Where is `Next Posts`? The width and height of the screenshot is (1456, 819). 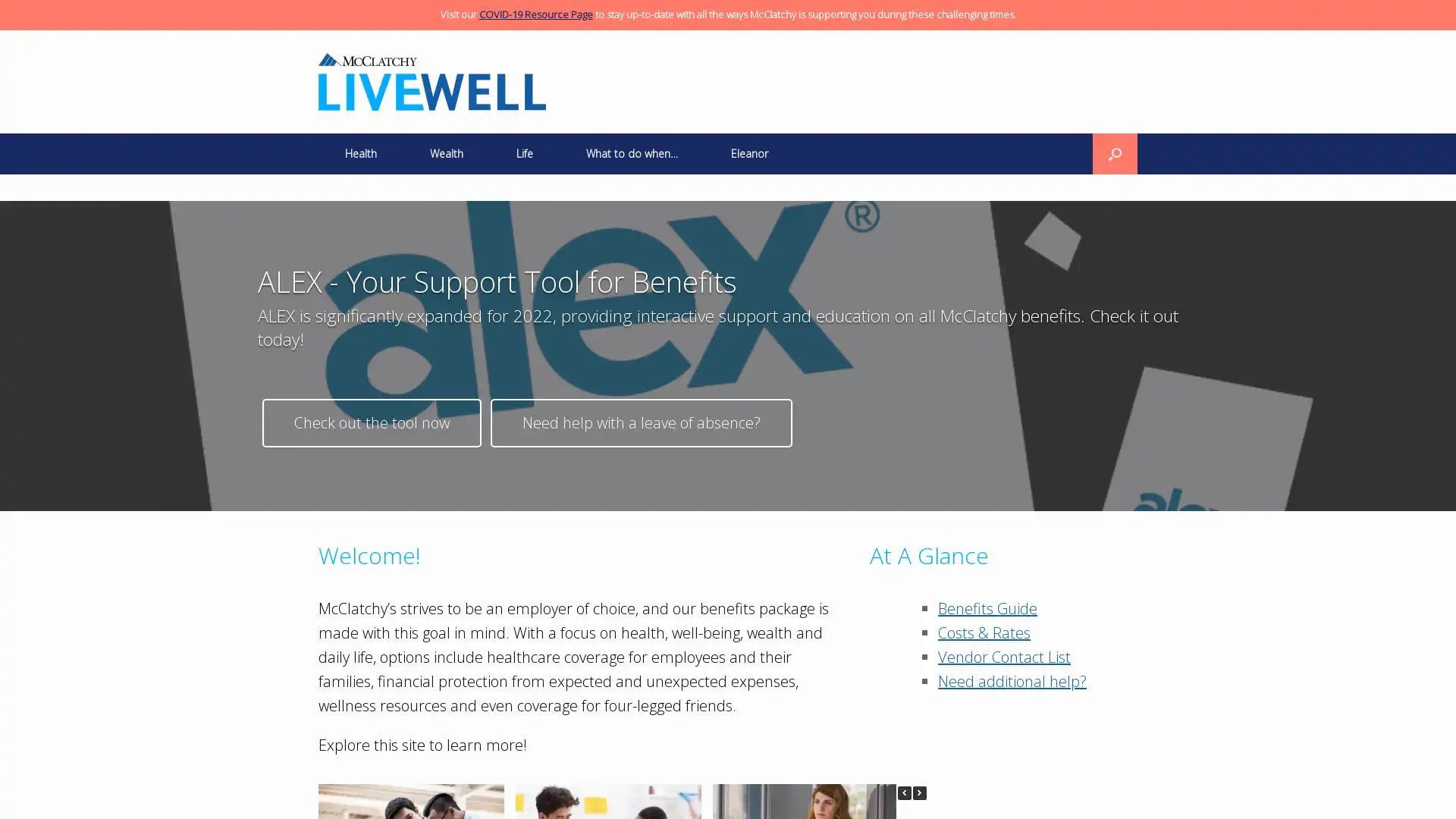
Next Posts is located at coordinates (918, 792).